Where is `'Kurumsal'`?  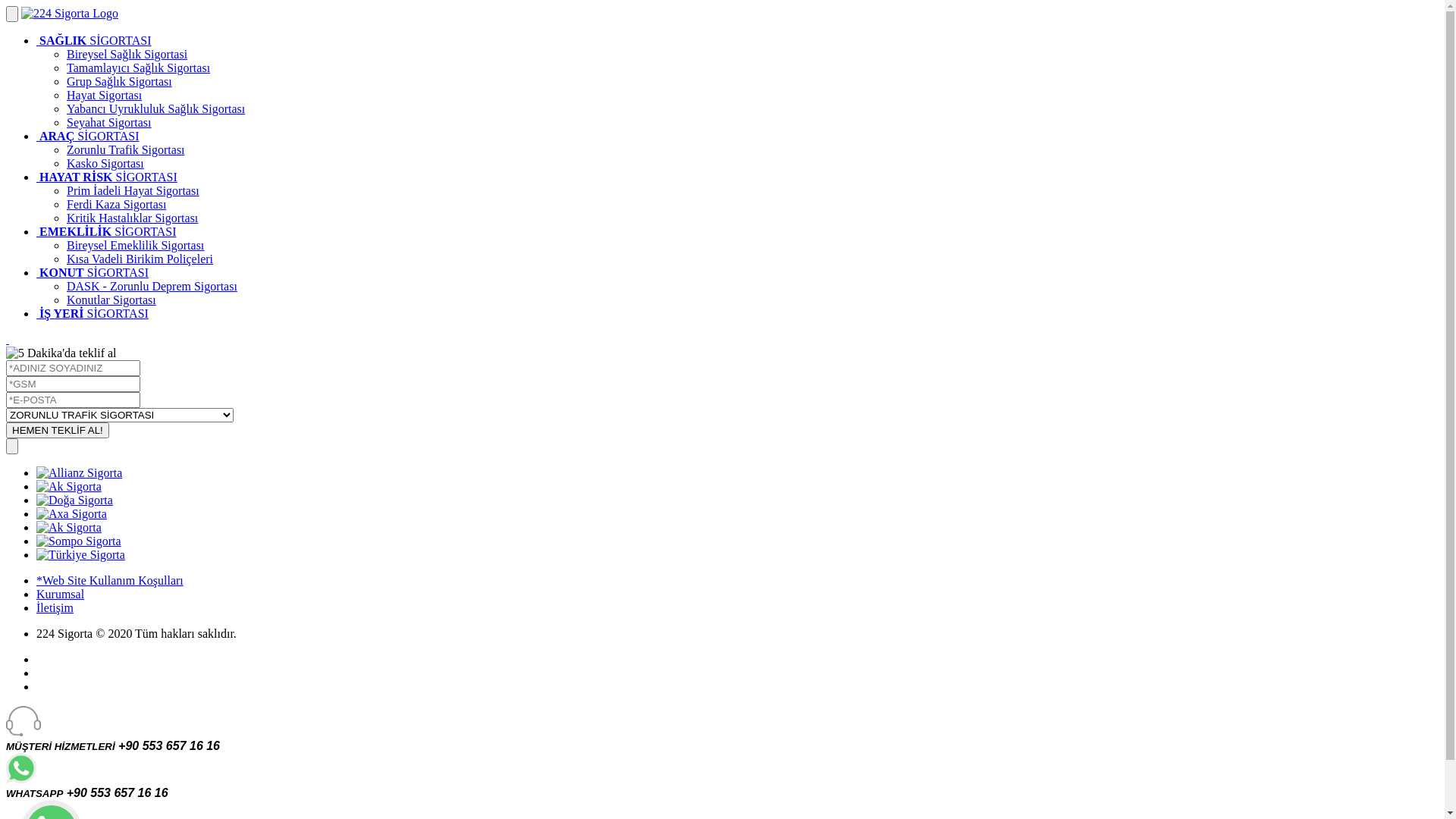 'Kurumsal' is located at coordinates (60, 593).